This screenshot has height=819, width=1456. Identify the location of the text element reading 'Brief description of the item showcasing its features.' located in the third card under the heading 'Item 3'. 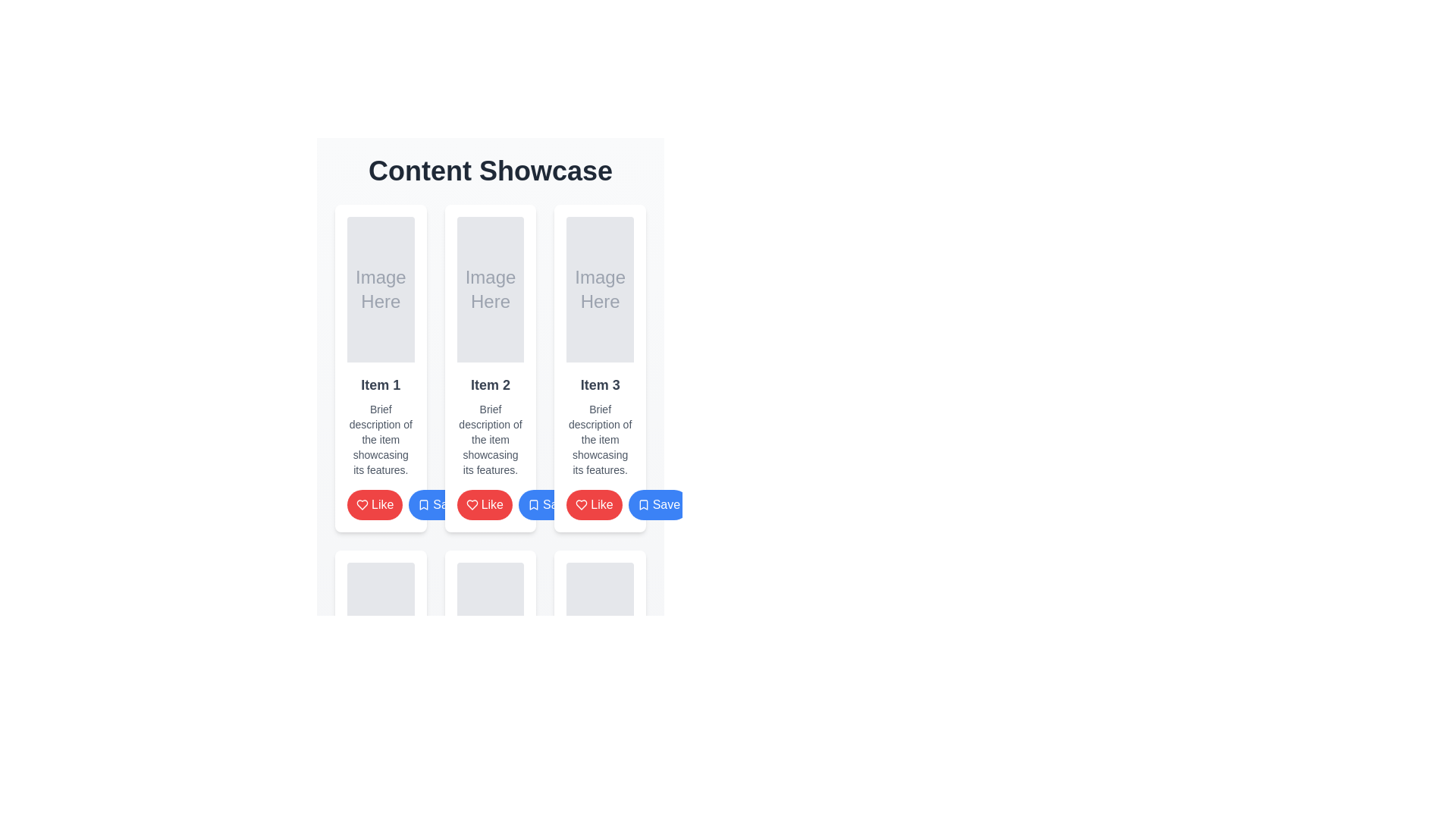
(599, 439).